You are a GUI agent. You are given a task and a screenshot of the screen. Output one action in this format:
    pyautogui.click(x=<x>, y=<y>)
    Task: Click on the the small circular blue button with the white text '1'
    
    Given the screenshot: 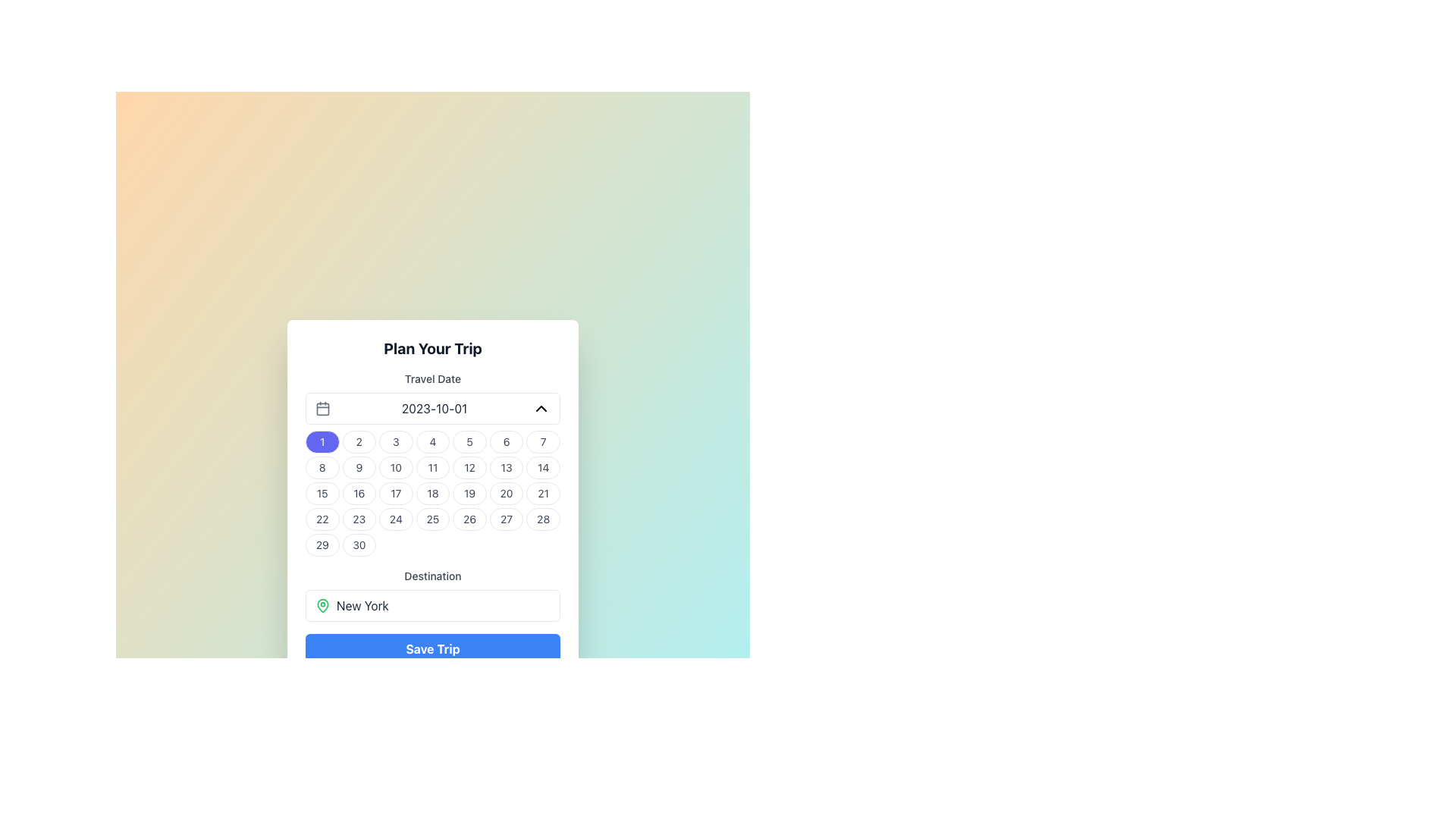 What is the action you would take?
    pyautogui.click(x=322, y=441)
    